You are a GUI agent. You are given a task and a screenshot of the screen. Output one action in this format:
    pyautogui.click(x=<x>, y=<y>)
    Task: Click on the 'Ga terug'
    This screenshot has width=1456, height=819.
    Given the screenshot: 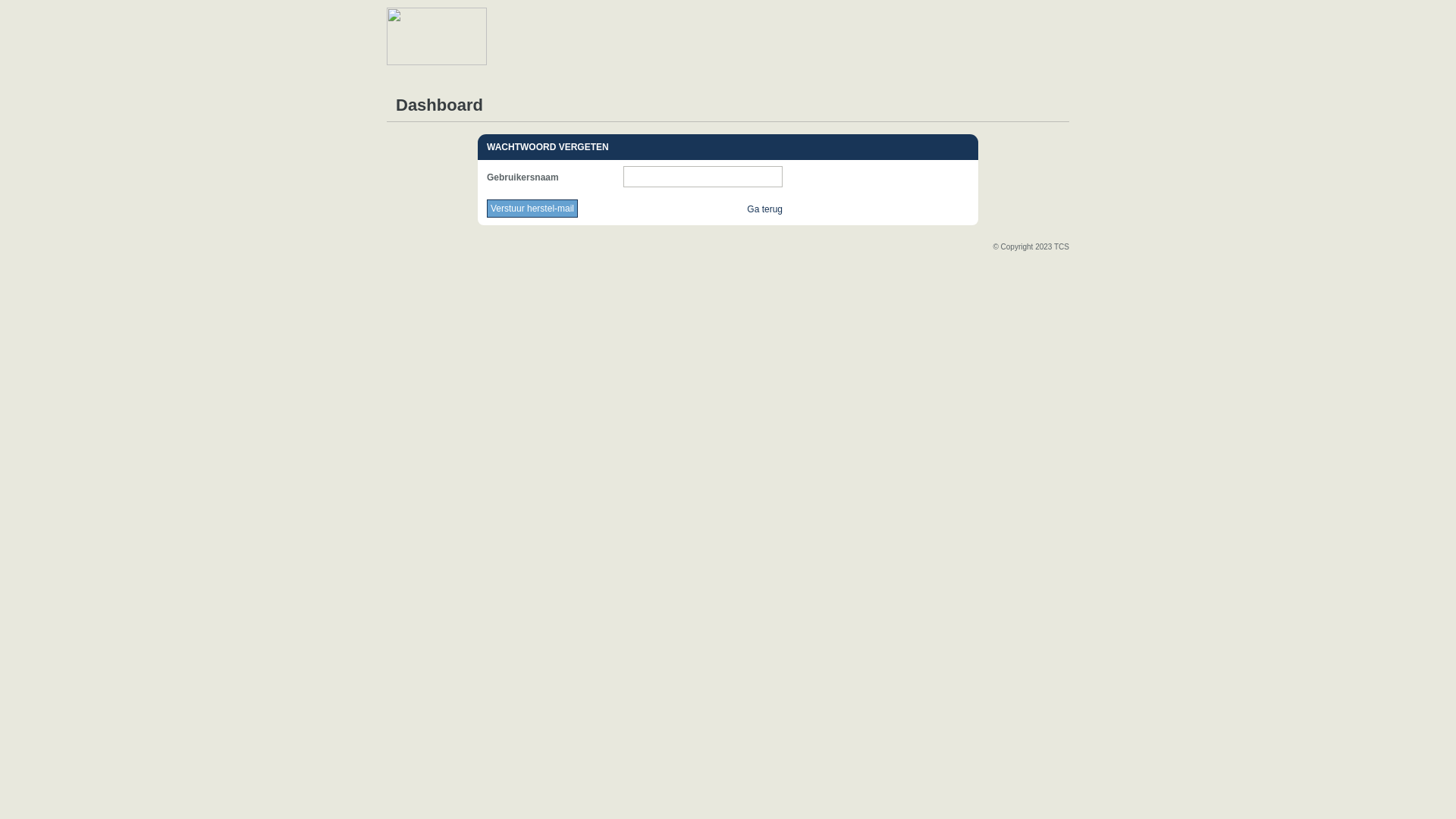 What is the action you would take?
    pyautogui.click(x=764, y=209)
    